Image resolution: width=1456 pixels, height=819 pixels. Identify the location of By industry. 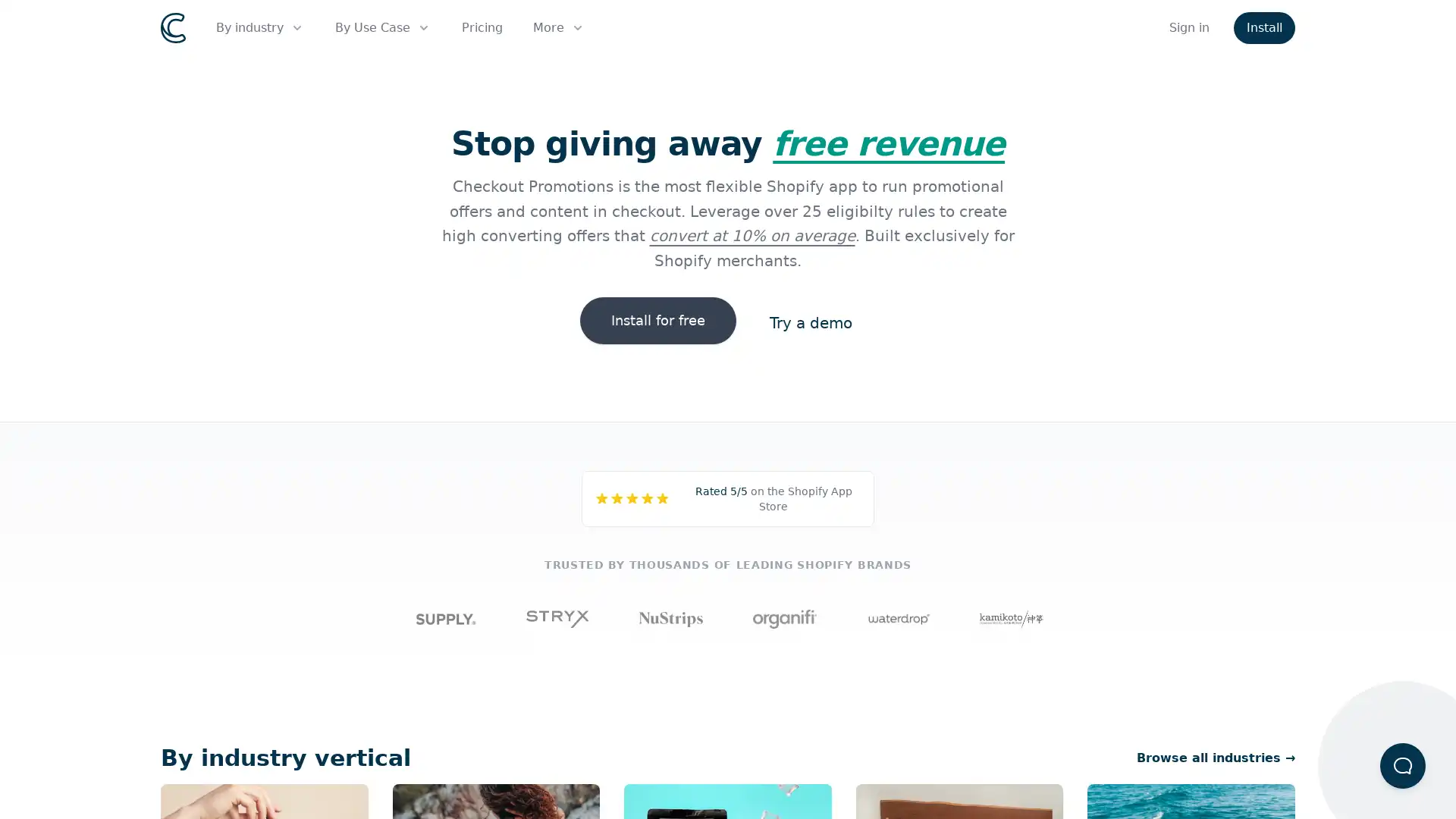
(260, 28).